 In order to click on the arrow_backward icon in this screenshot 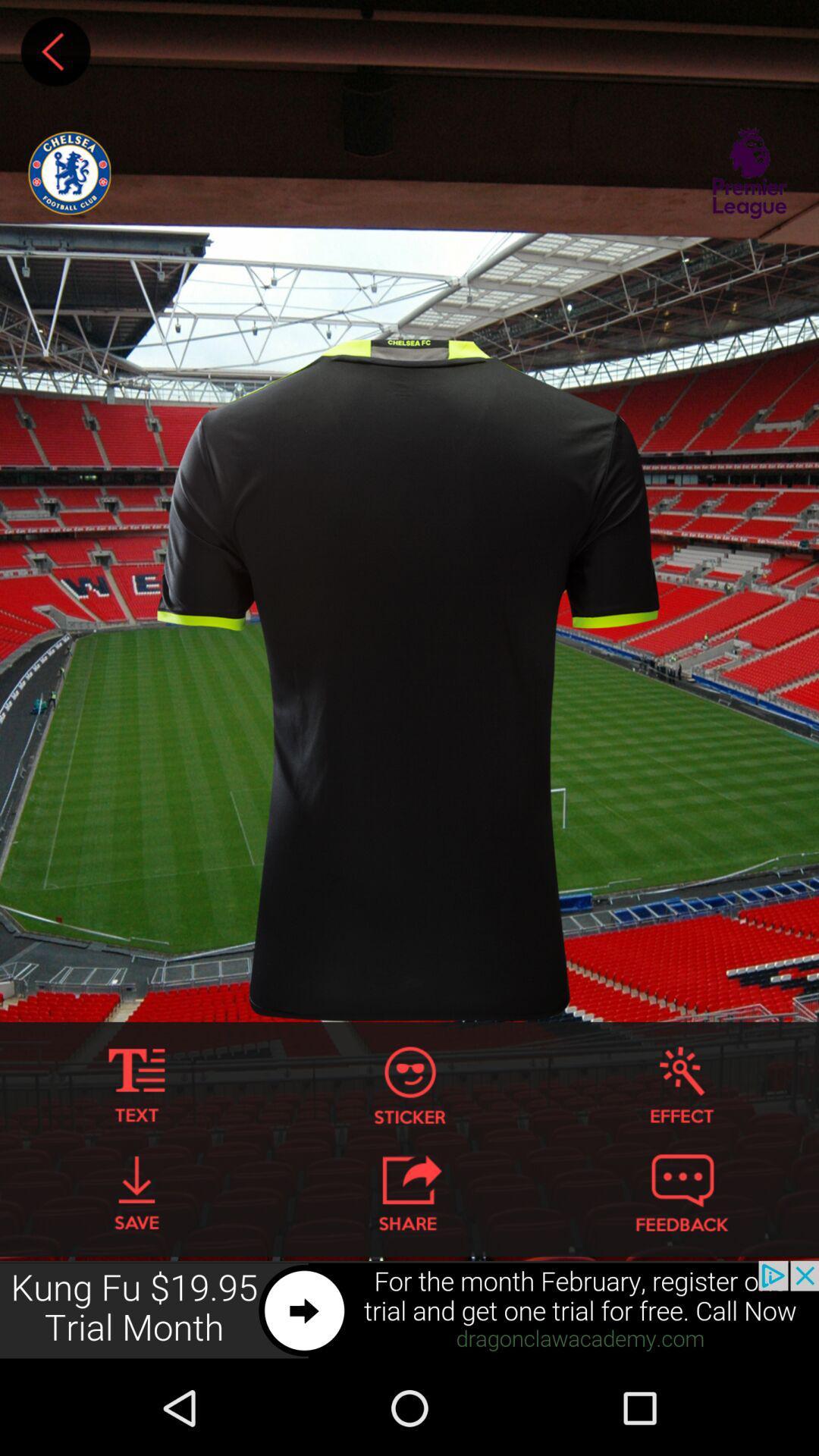, I will do `click(55, 55)`.